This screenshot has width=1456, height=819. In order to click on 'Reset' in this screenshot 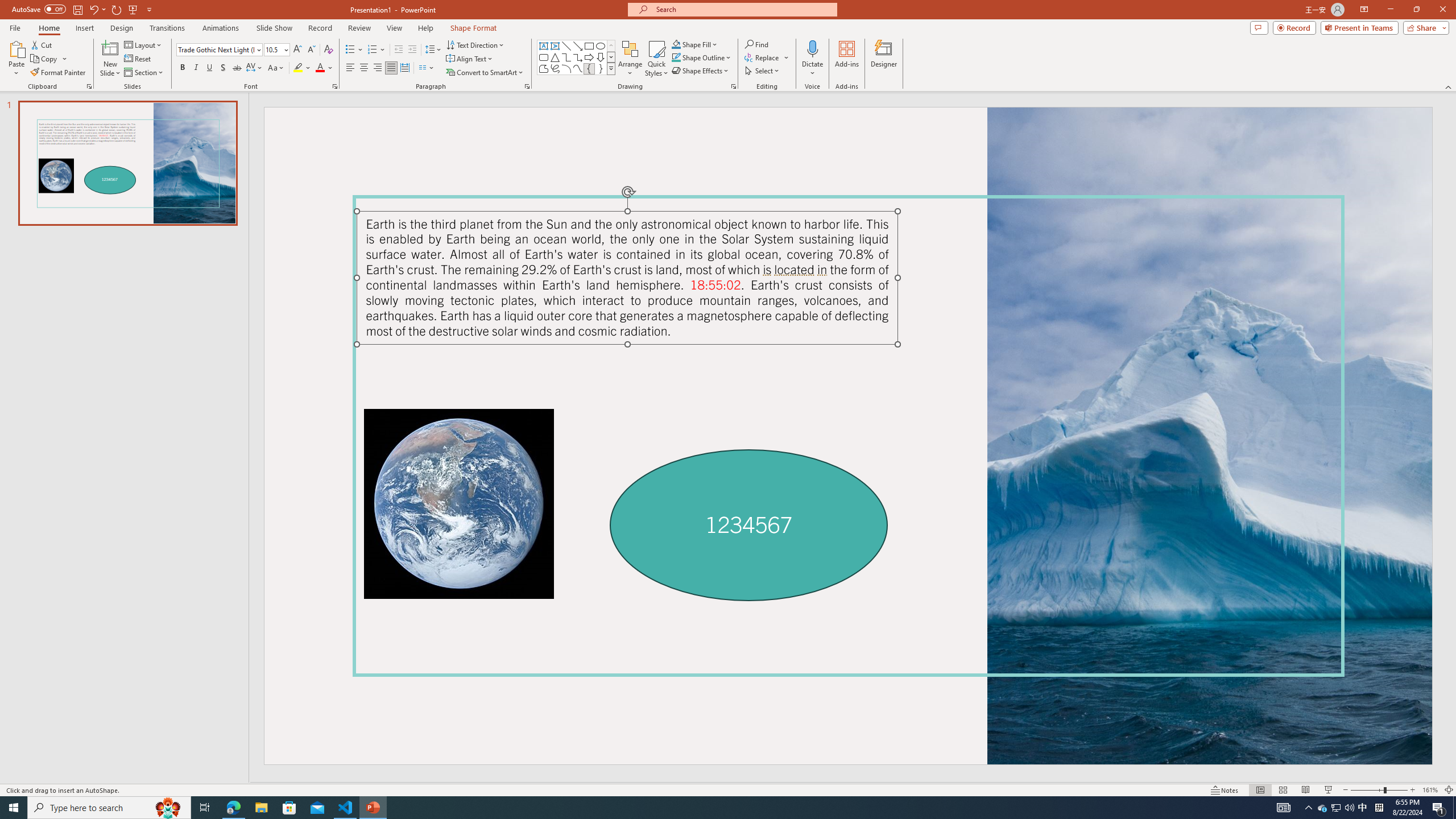, I will do `click(138, 59)`.